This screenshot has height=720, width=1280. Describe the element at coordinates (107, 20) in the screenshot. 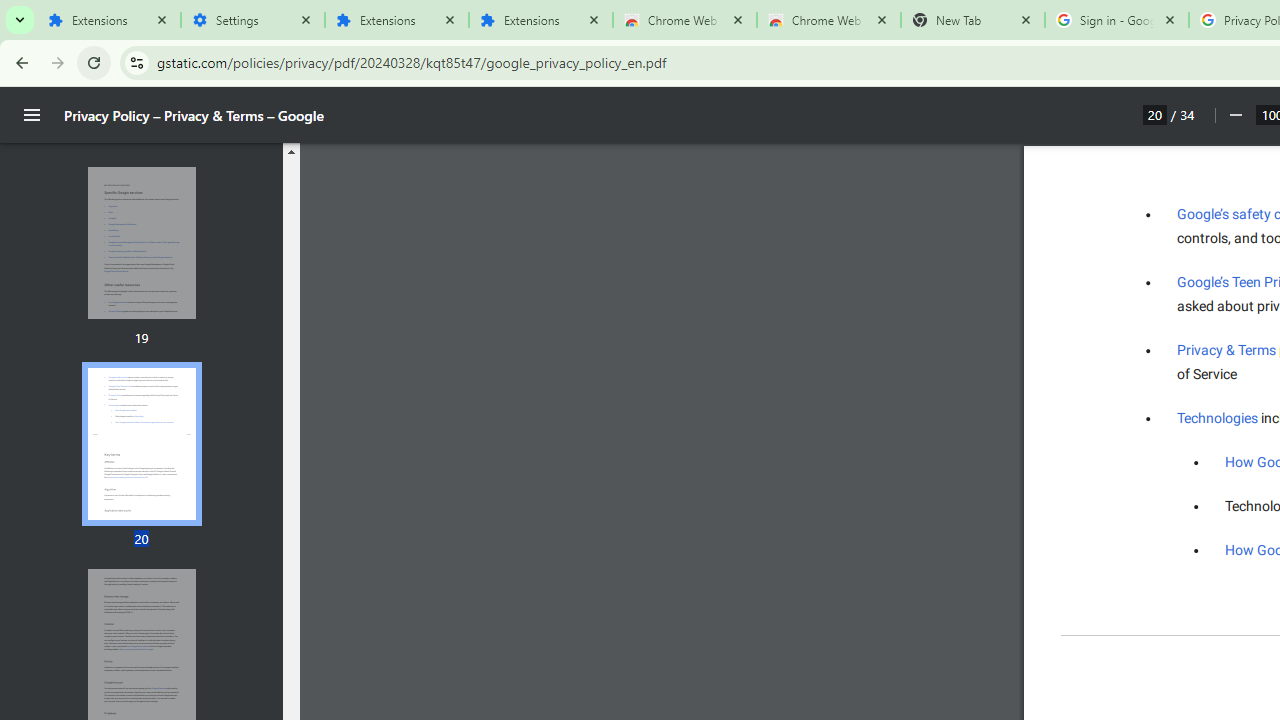

I see `'Extensions'` at that location.